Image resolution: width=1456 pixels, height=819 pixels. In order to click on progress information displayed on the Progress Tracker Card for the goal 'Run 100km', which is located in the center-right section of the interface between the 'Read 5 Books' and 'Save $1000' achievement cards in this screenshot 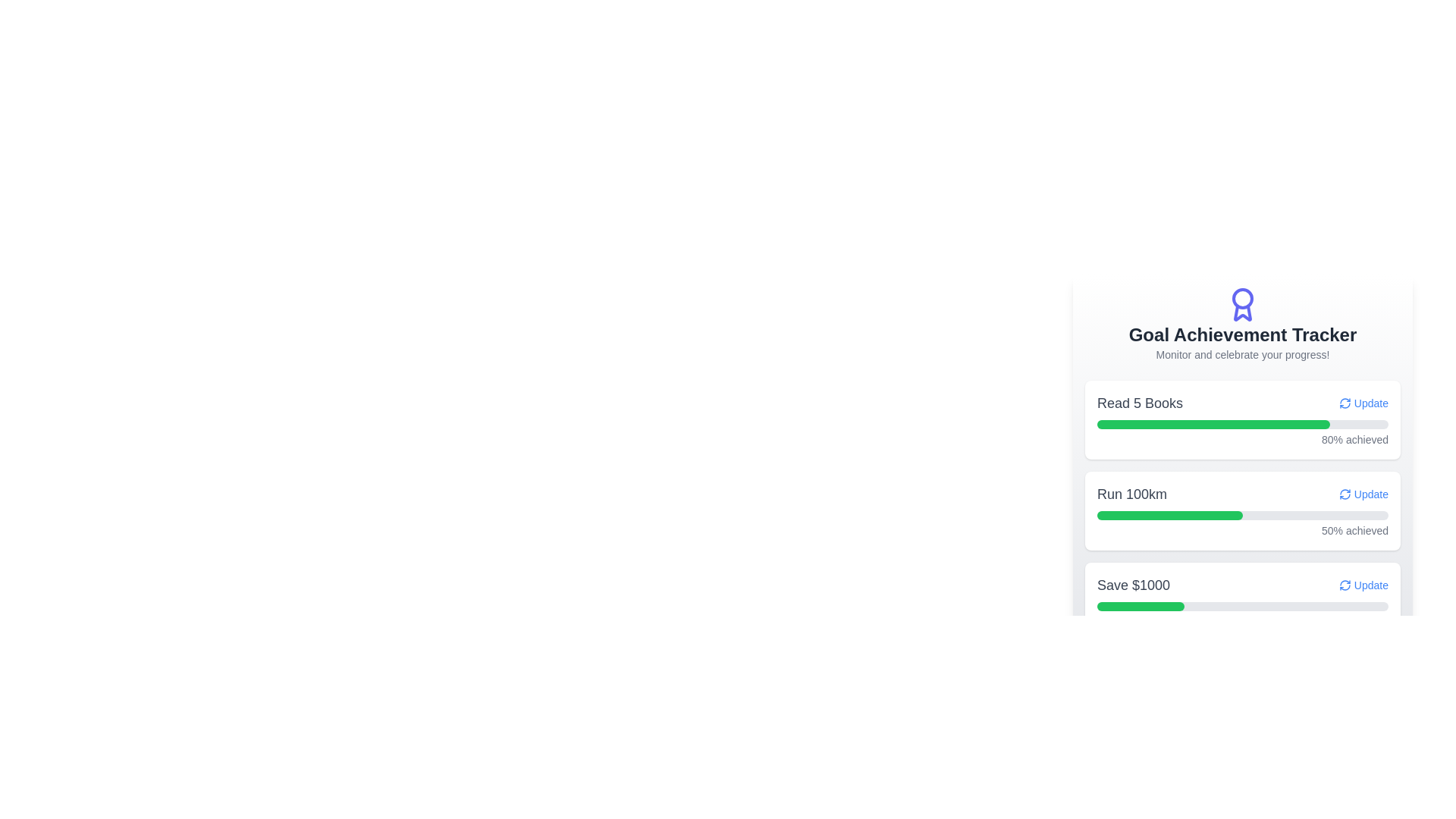, I will do `click(1242, 511)`.